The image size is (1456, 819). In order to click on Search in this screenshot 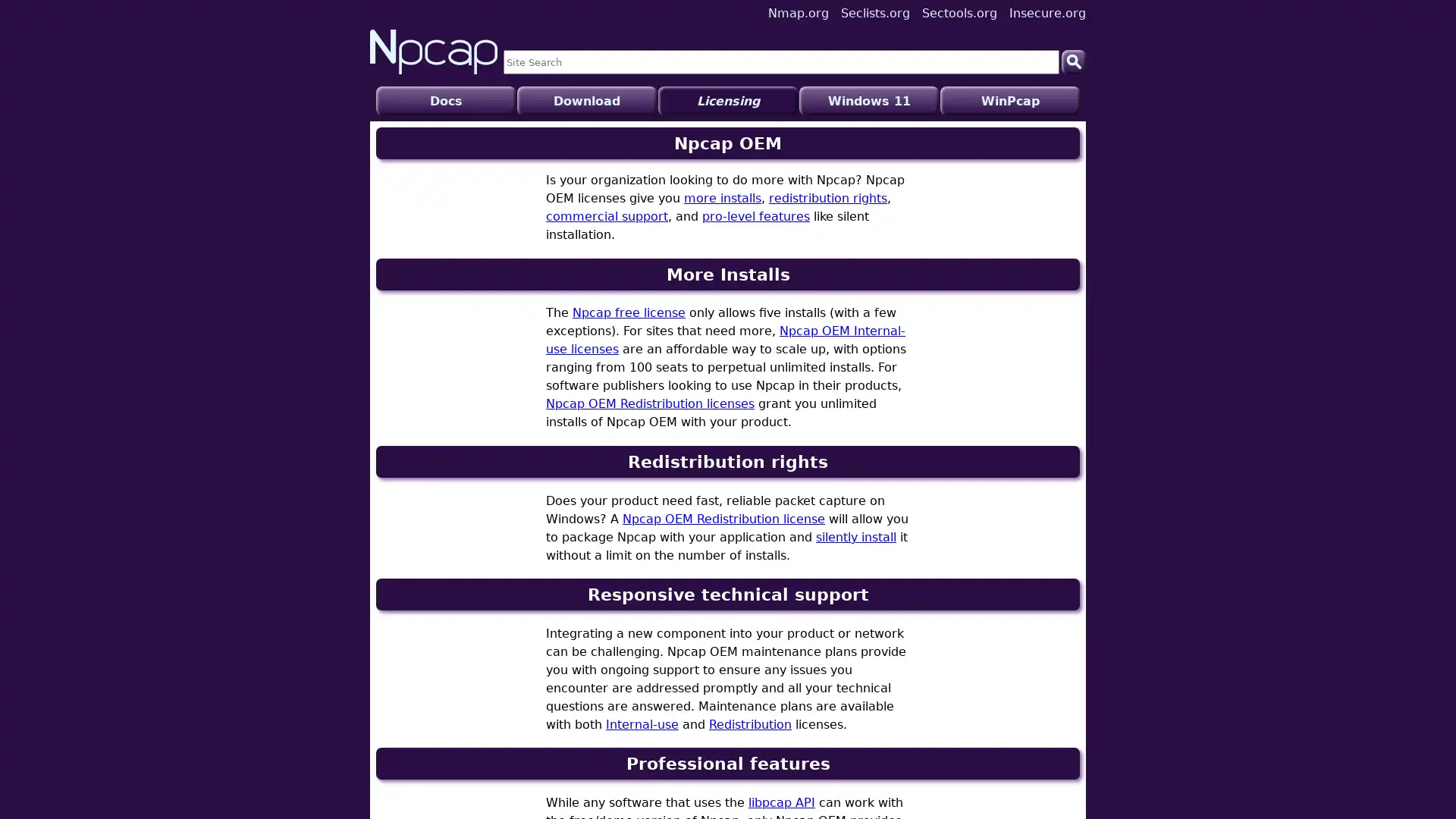, I will do `click(1073, 61)`.